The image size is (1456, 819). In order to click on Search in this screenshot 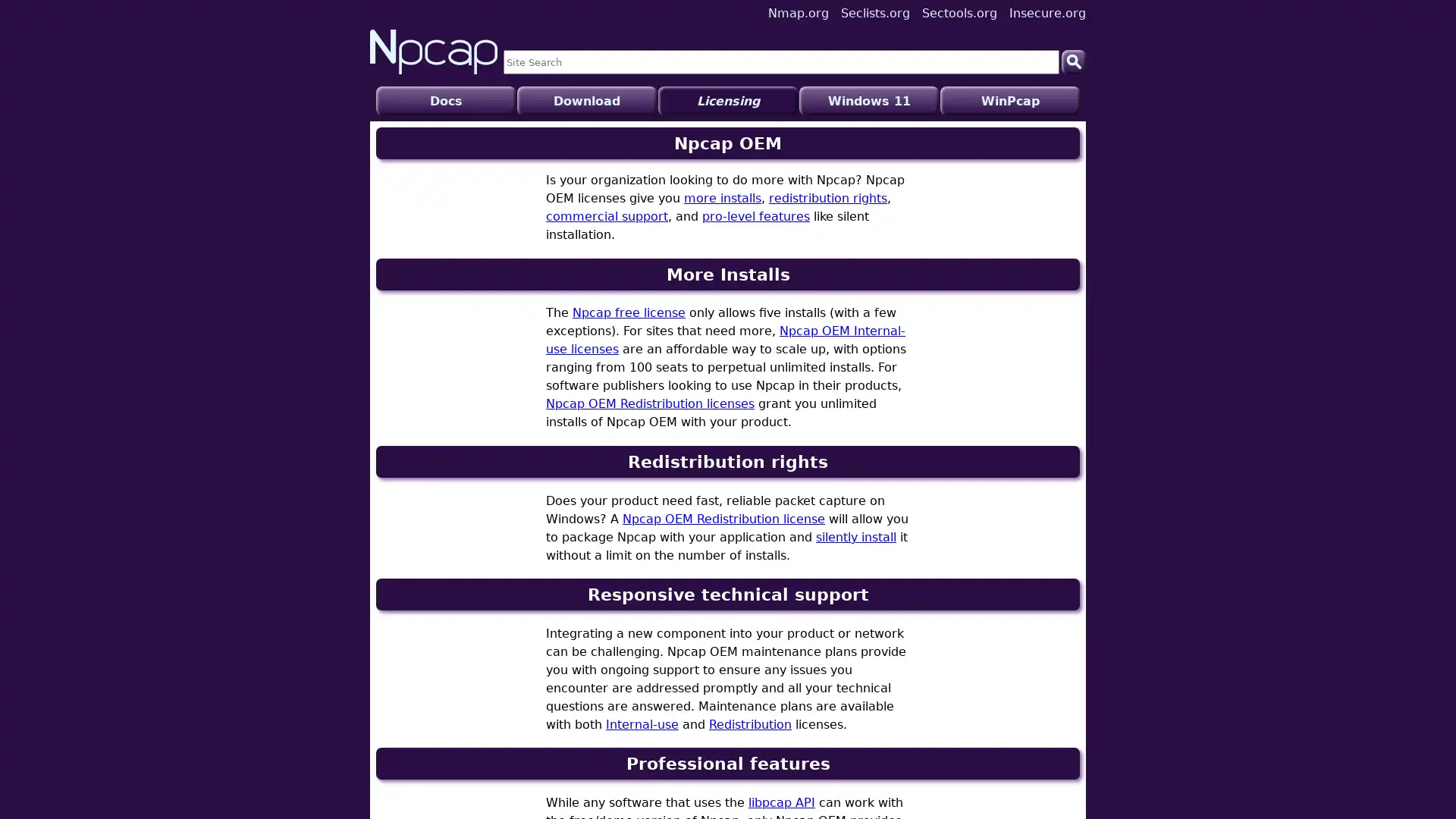, I will do `click(1073, 61)`.